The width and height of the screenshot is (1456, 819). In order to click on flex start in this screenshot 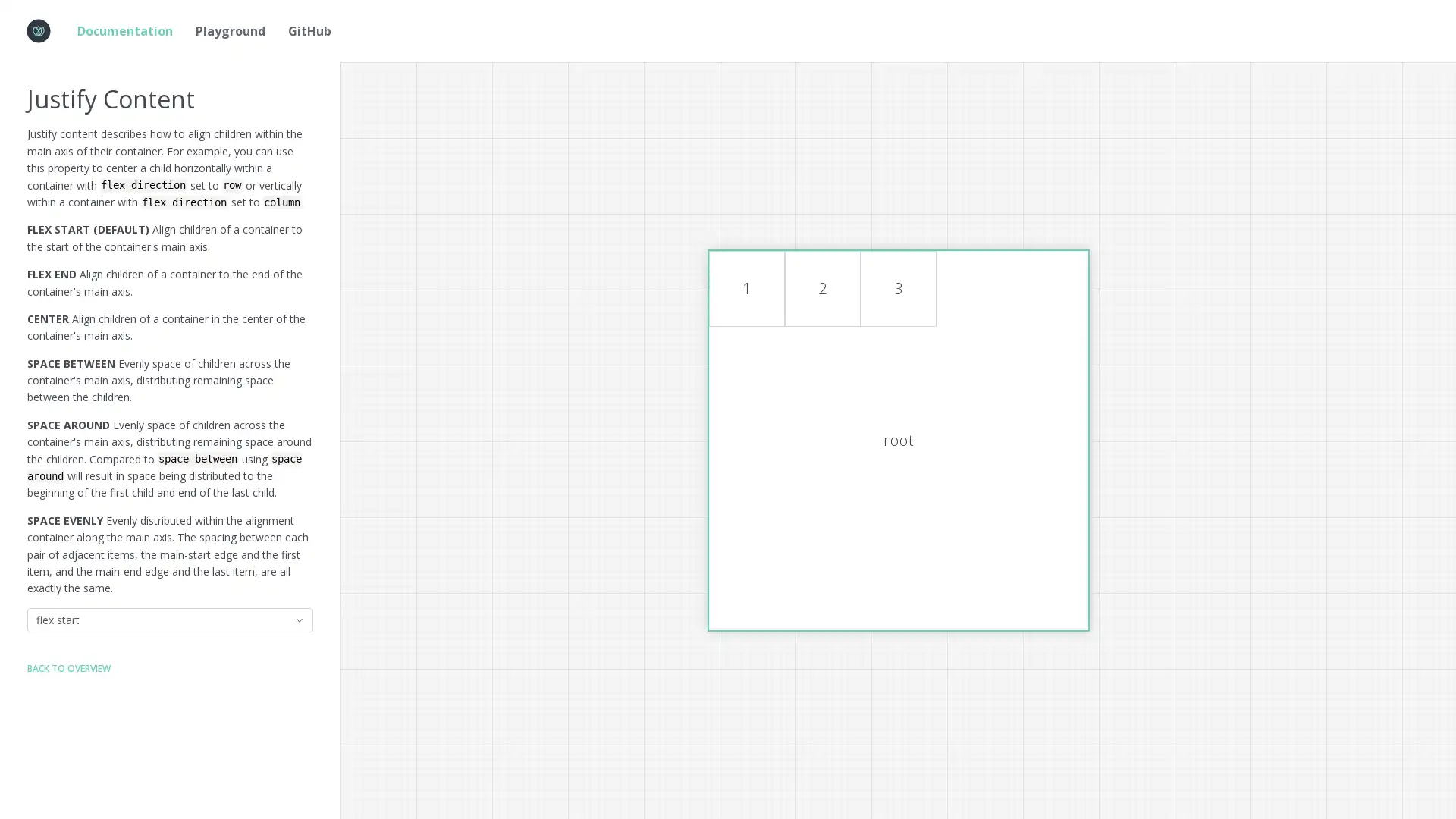, I will do `click(170, 620)`.